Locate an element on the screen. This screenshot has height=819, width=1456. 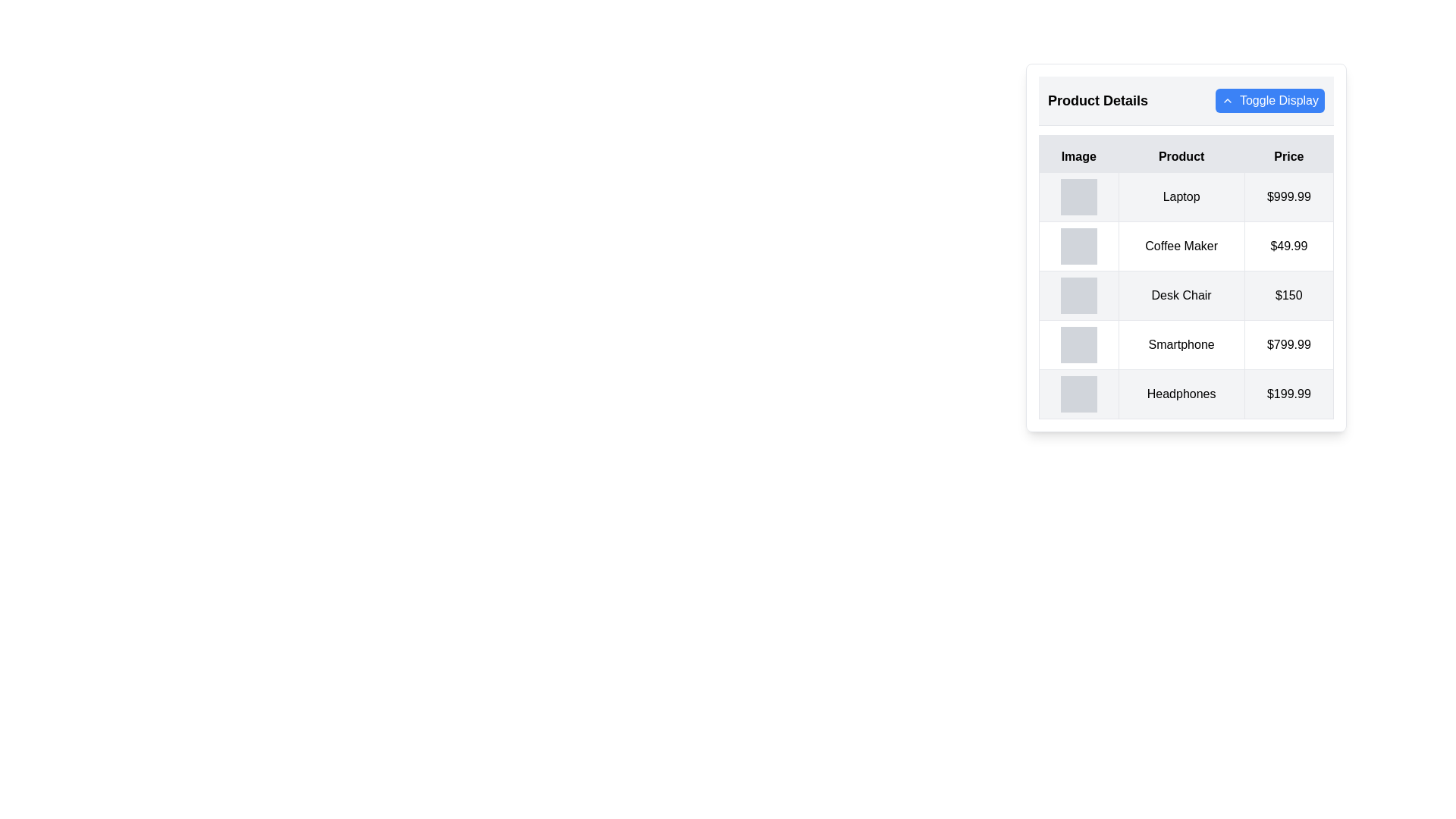
product's name 'Headphones' and the corresponding price '$199.99' from the last row of the product table is located at coordinates (1185, 394).